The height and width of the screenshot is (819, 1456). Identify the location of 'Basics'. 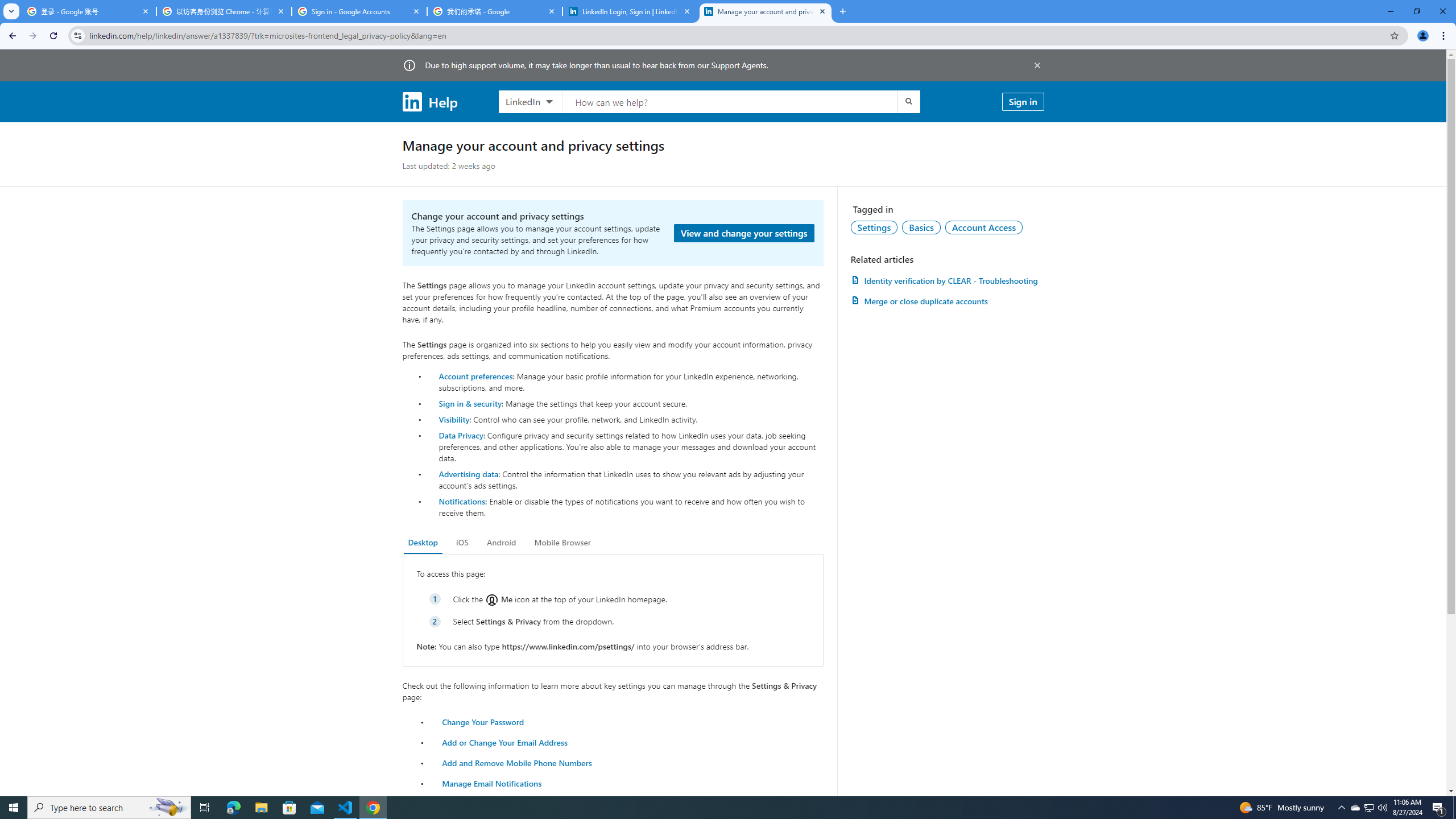
(921, 226).